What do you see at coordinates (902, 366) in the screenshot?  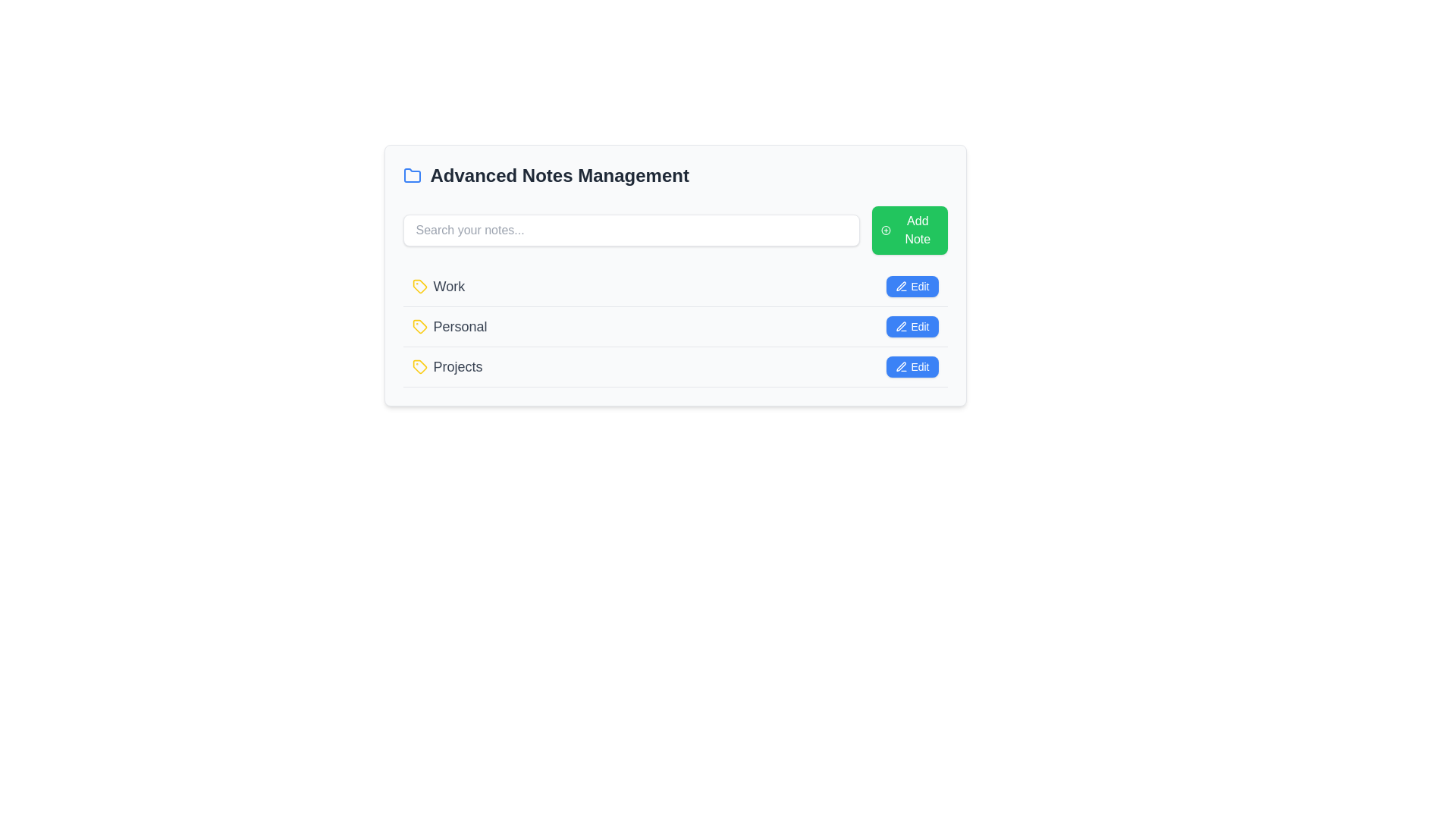 I see `the pen icon within the blue 'Edit' button in the Projects section located at the bottom right of the list` at bounding box center [902, 366].